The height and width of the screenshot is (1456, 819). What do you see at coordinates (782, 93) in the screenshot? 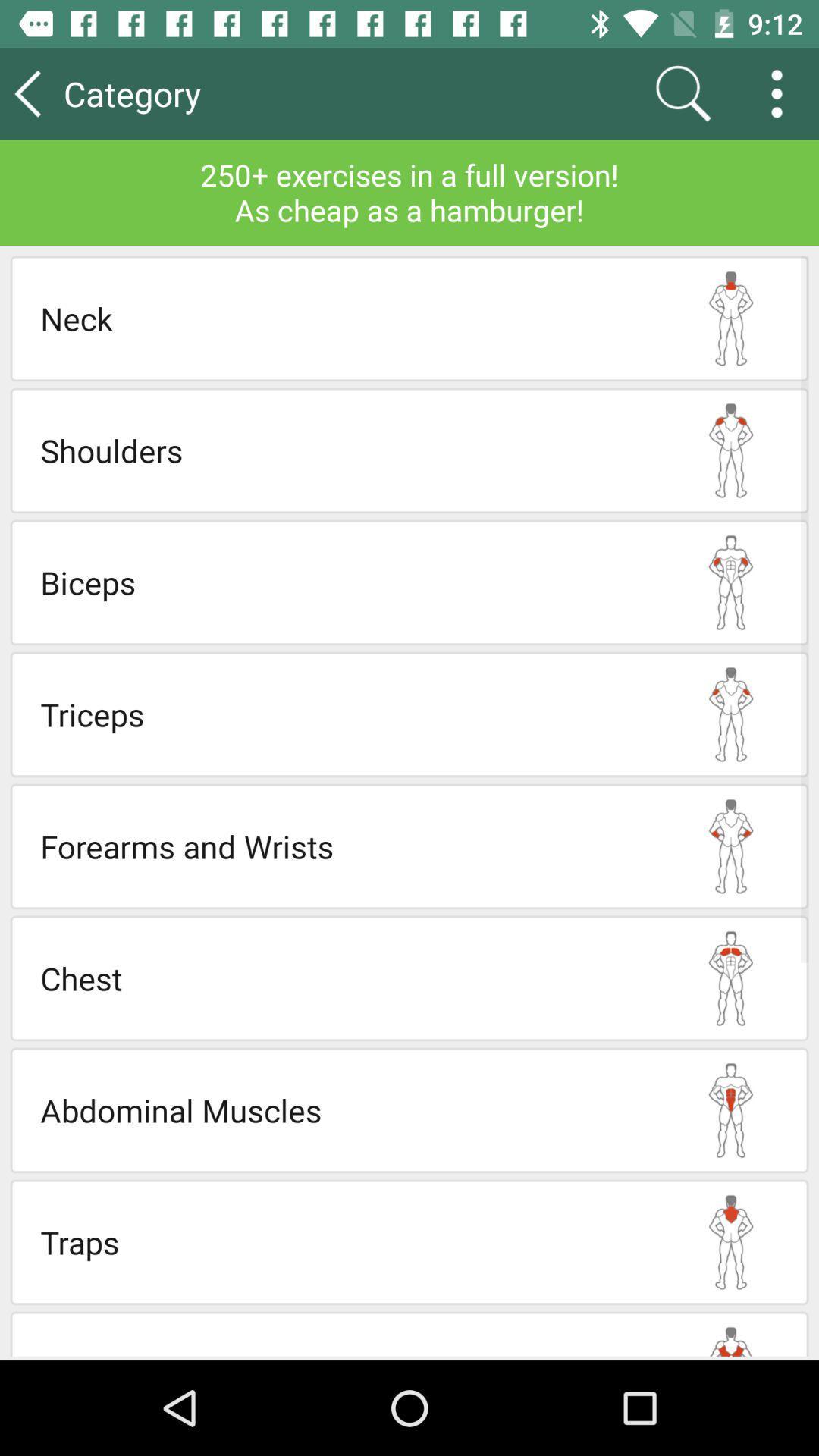
I see `icon above the 250 exercises in item` at bounding box center [782, 93].